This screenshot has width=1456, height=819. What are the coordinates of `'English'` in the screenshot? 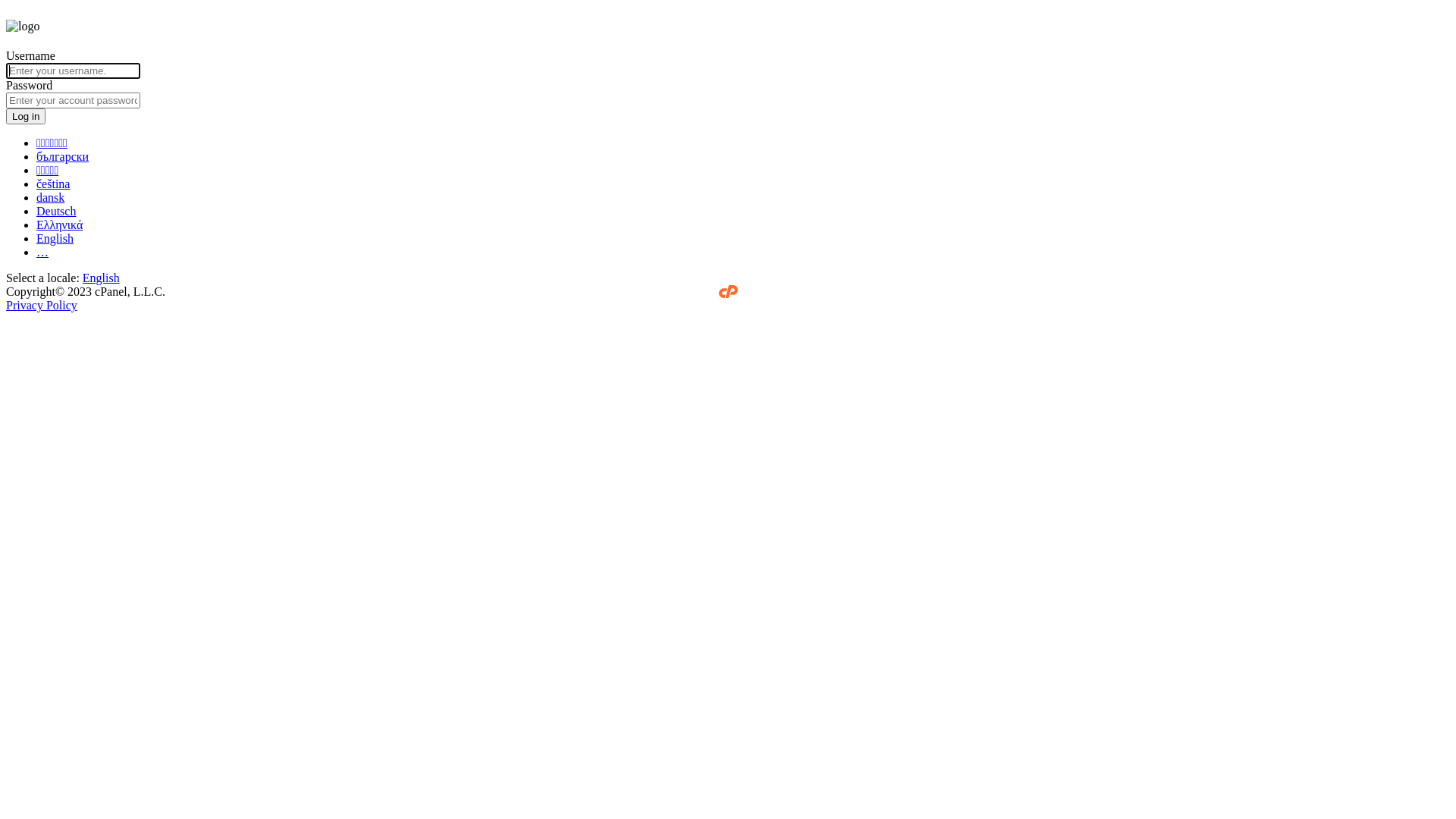 It's located at (55, 238).